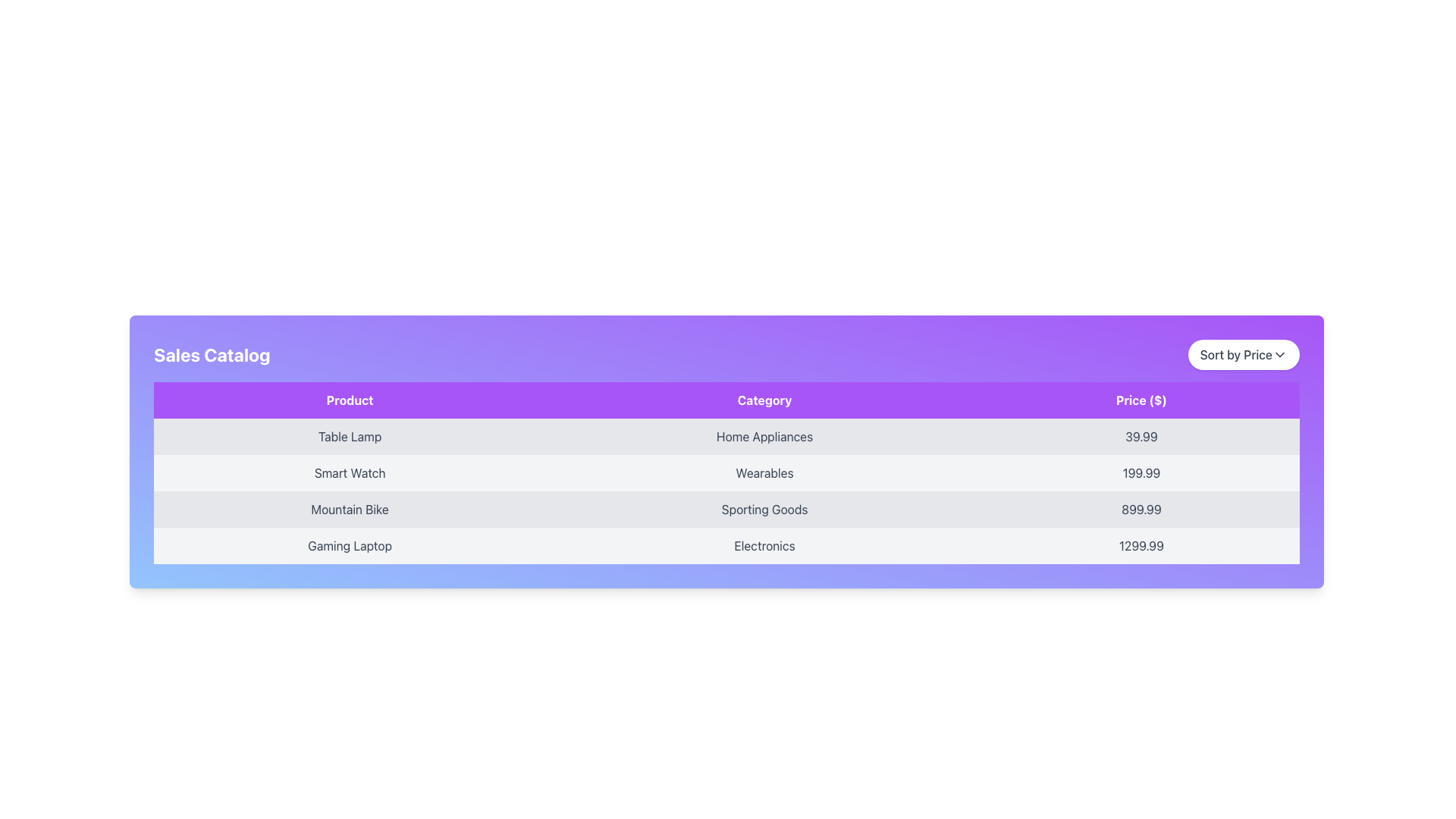  Describe the element at coordinates (1141, 436) in the screenshot. I see `the text label displaying the price of the 'Table Lamp' located in the rightmost column under the 'Price ($)' header` at that location.